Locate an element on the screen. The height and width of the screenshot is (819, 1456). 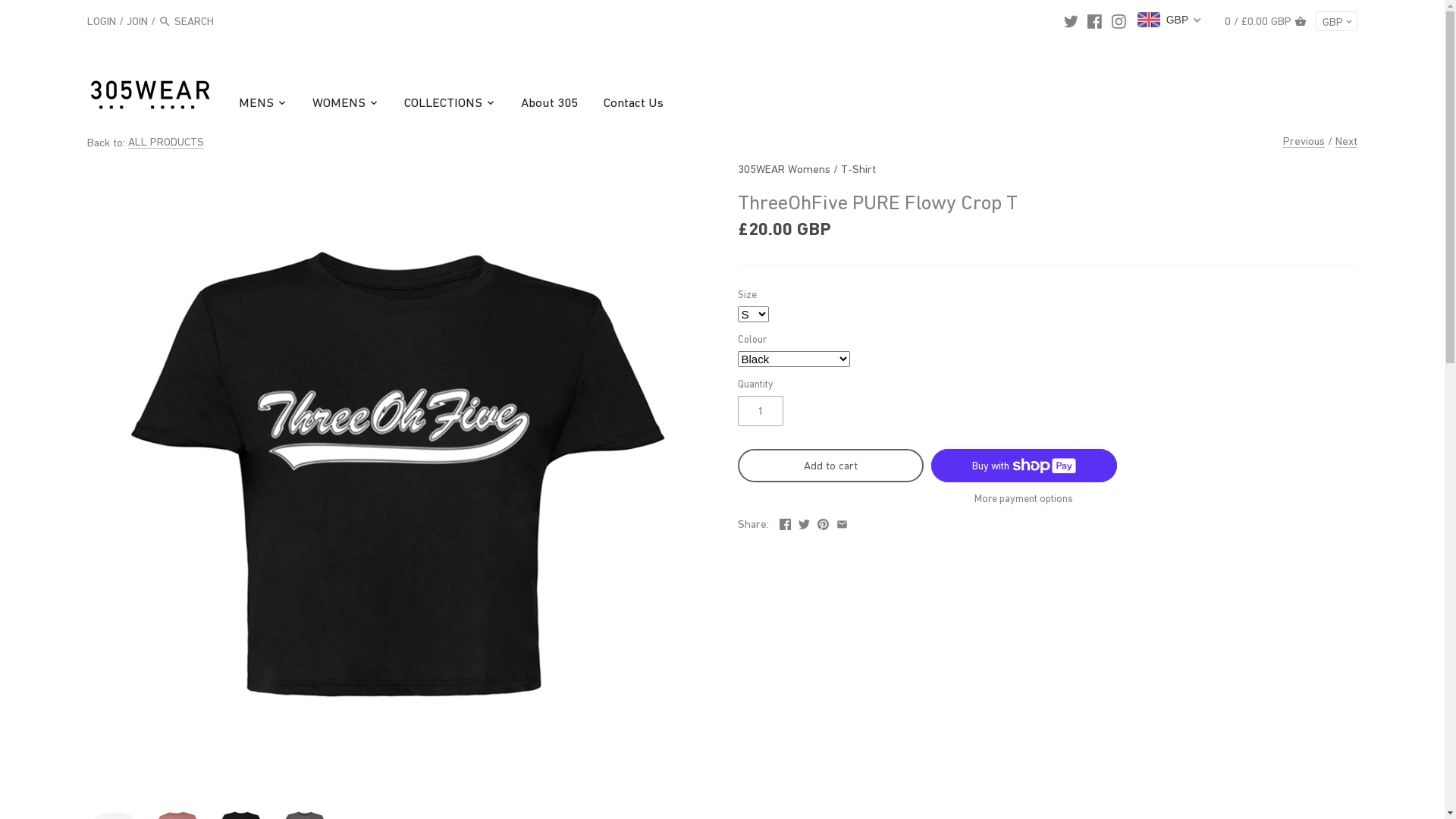
'About 305' is located at coordinates (508, 104).